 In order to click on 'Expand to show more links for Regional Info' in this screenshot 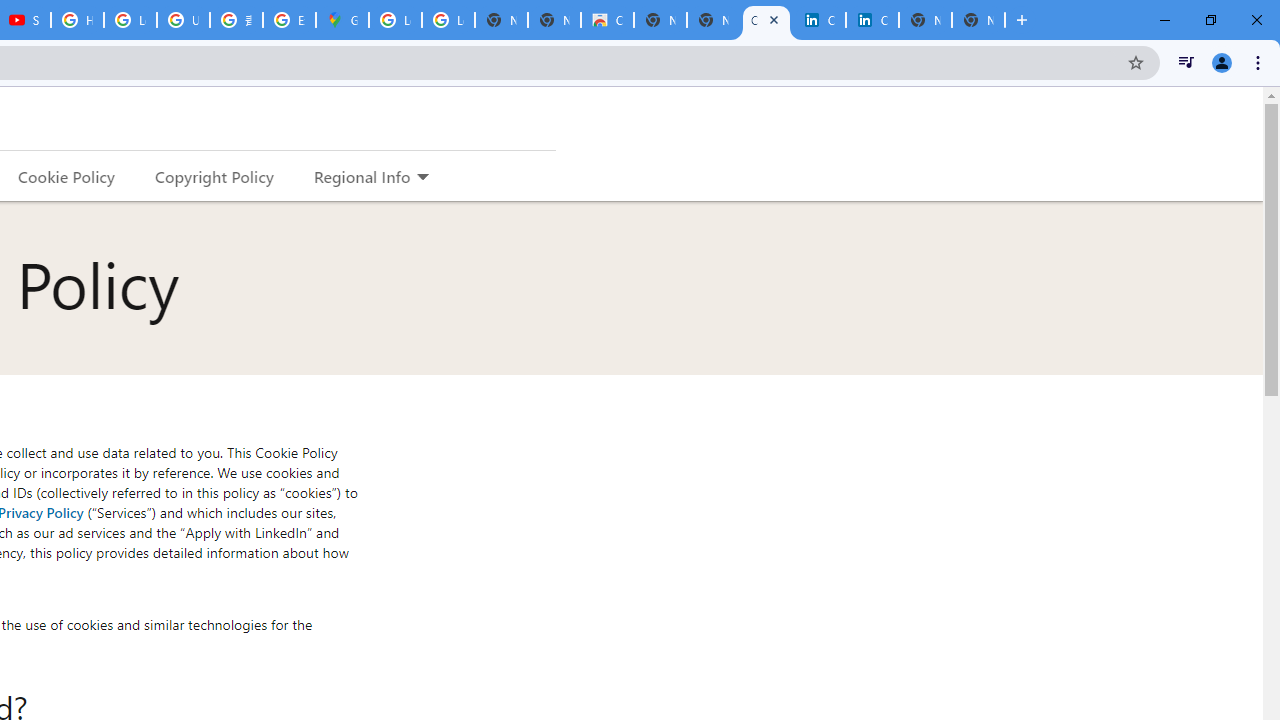, I will do `click(421, 177)`.